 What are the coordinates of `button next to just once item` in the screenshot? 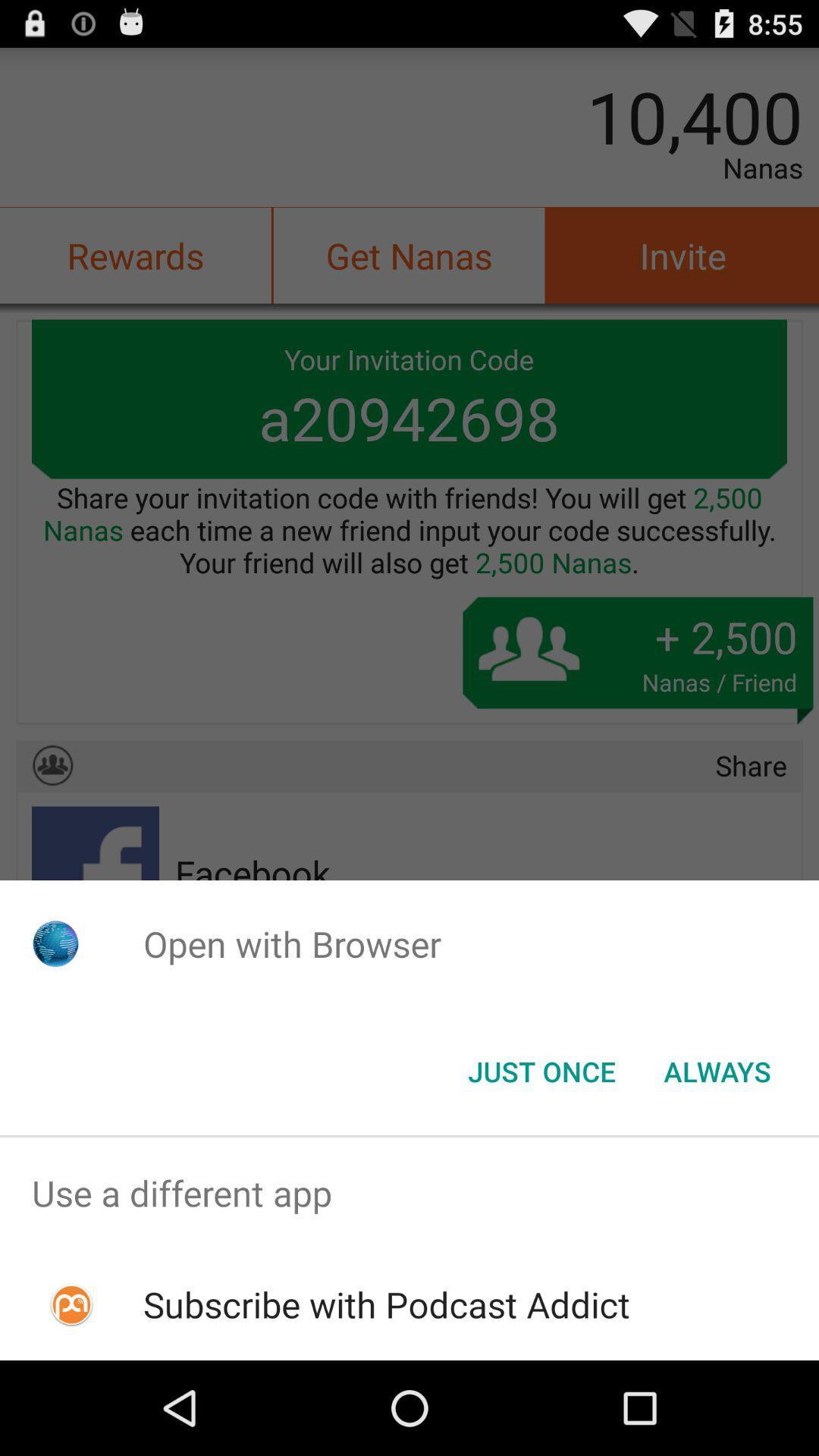 It's located at (717, 1070).